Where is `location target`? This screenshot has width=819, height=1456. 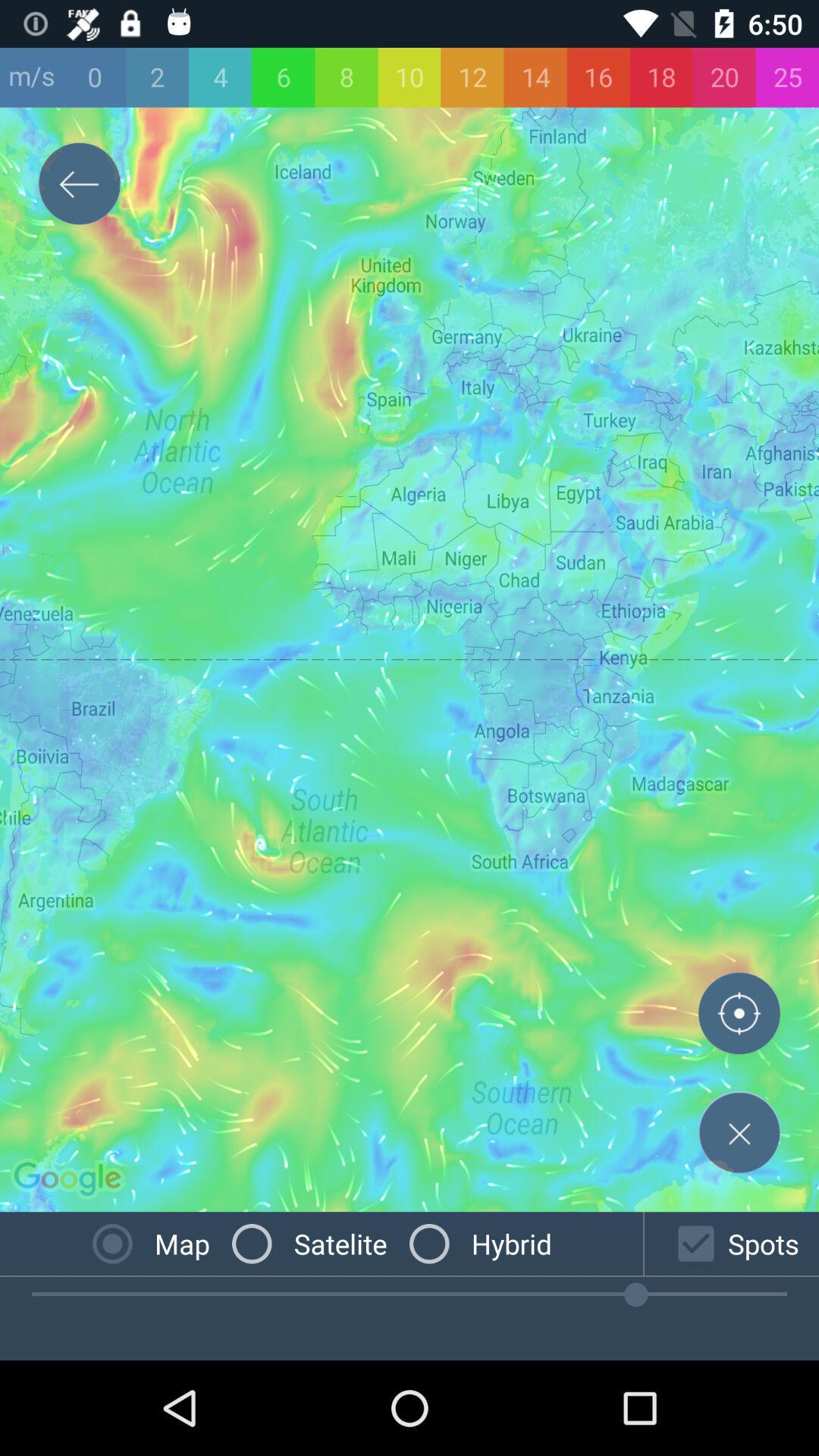
location target is located at coordinates (739, 1016).